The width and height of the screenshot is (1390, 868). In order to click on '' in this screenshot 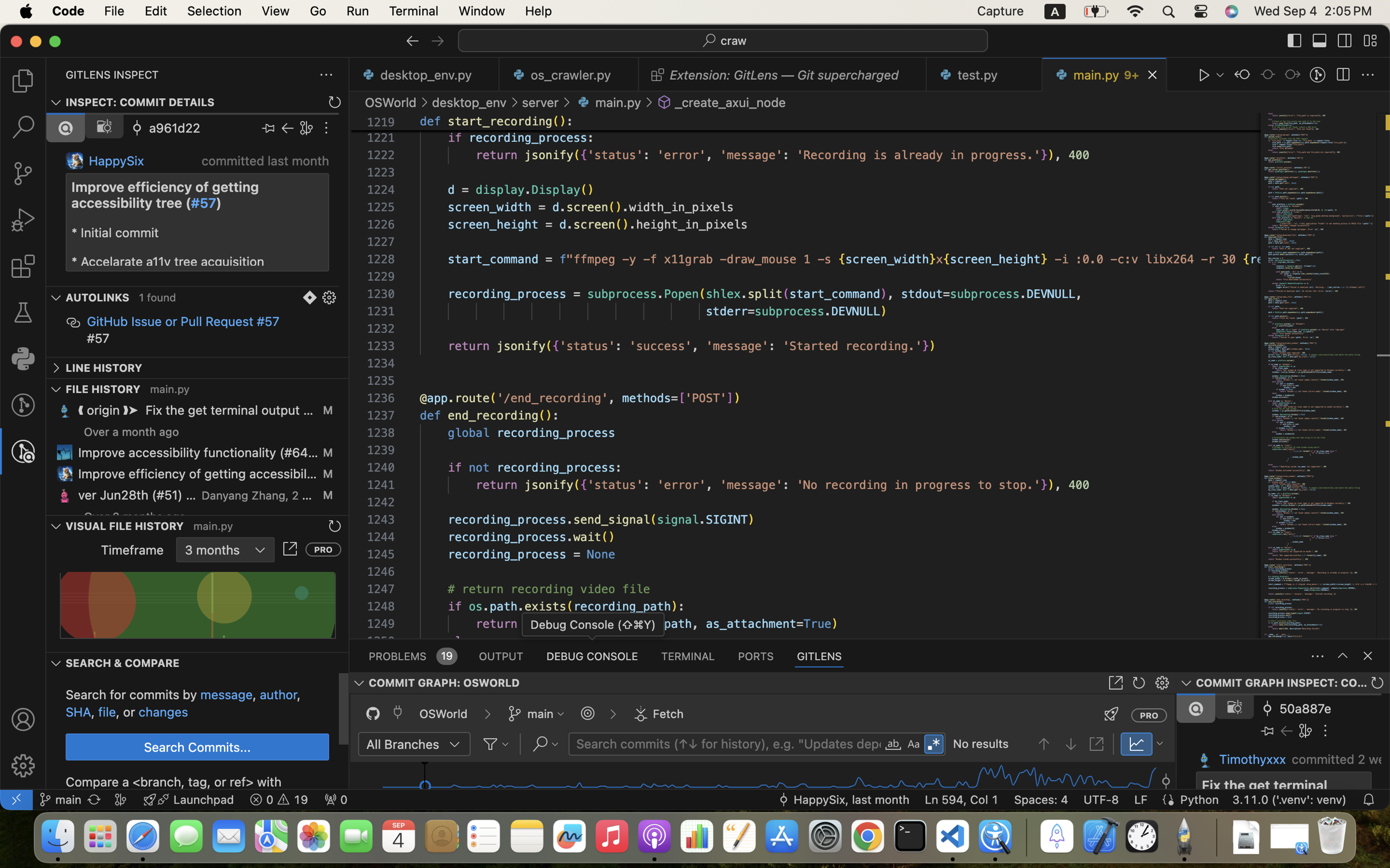, I will do `click(1111, 713)`.